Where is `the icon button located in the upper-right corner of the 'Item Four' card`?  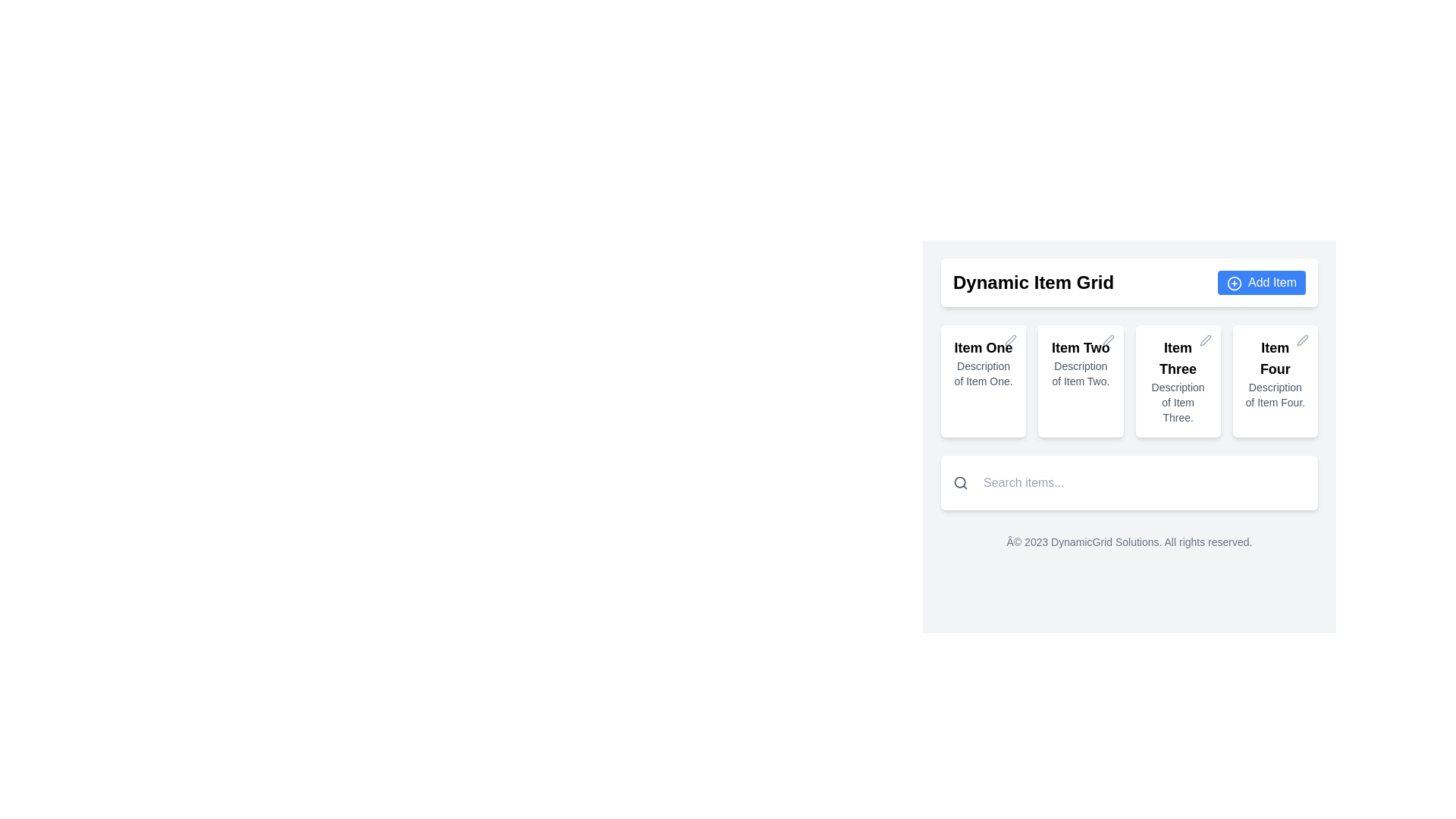
the icon button located in the upper-right corner of the 'Item Four' card is located at coordinates (1302, 338).